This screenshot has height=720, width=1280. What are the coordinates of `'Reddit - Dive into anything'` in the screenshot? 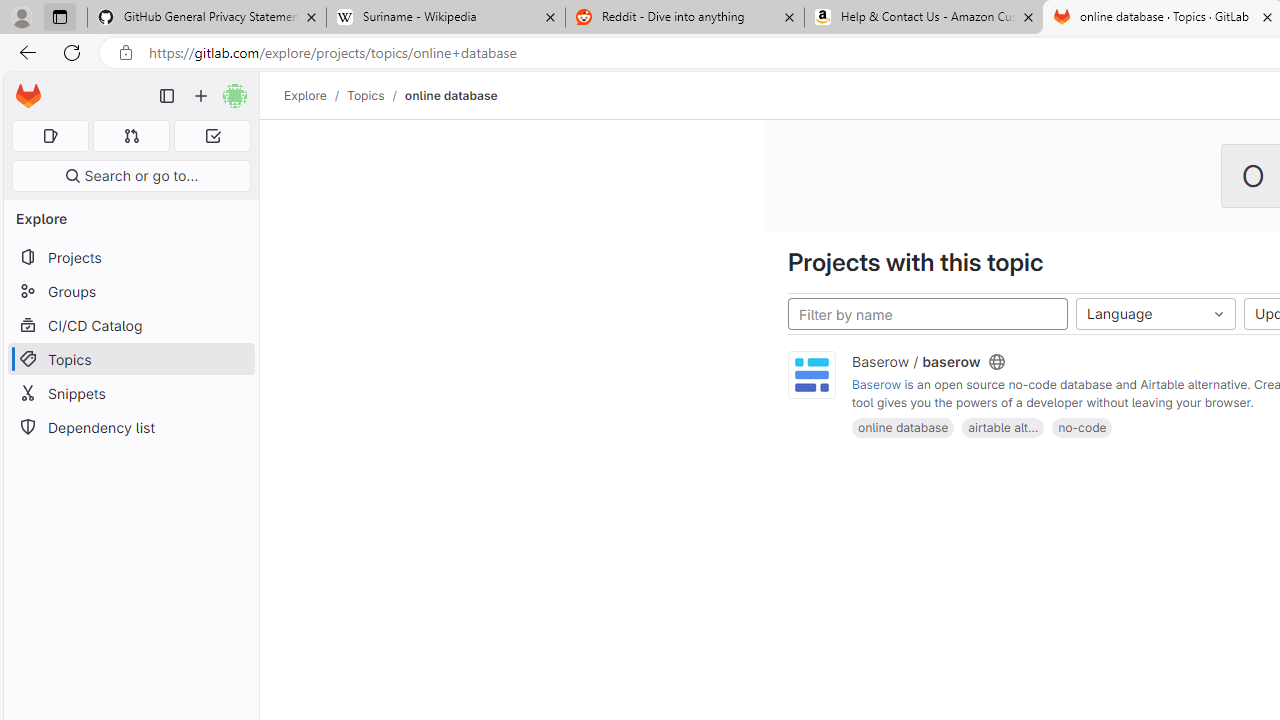 It's located at (684, 17).